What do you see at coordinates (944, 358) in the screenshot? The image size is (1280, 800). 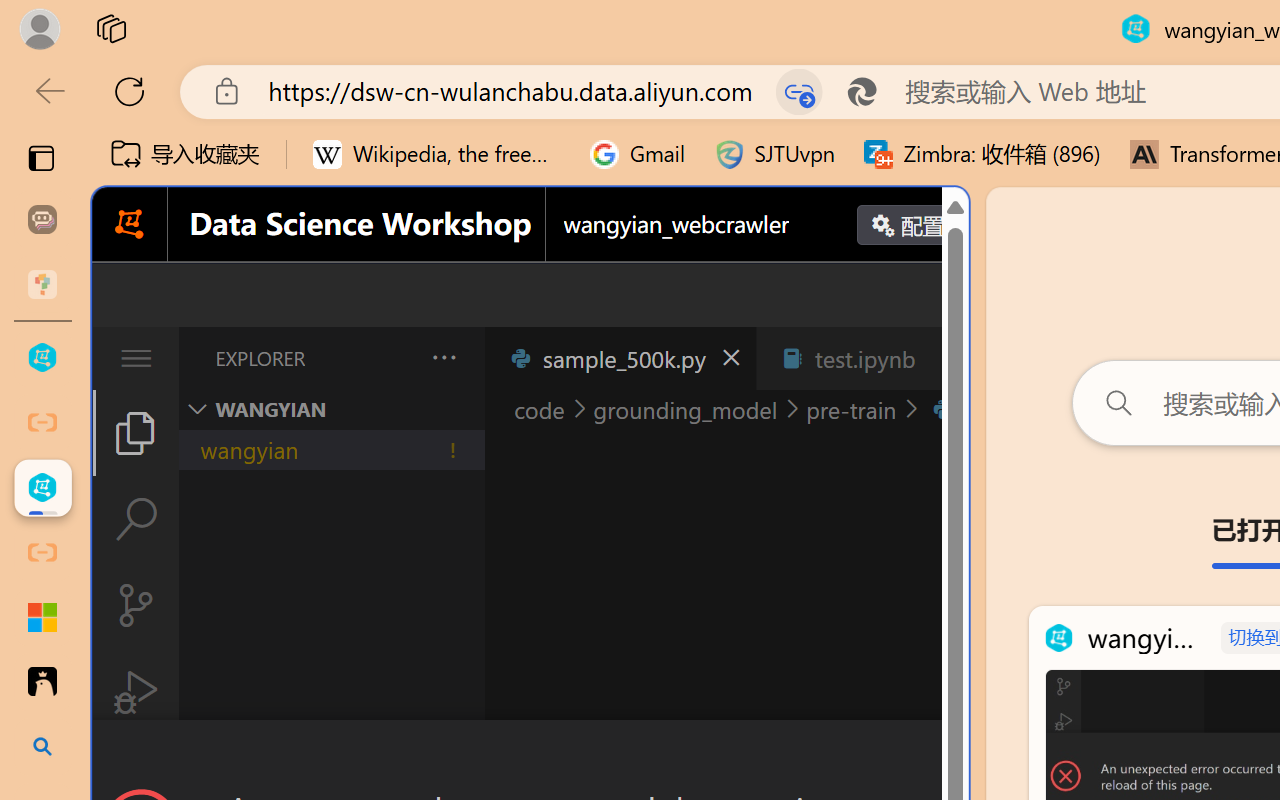 I see `'Tab actions'` at bounding box center [944, 358].